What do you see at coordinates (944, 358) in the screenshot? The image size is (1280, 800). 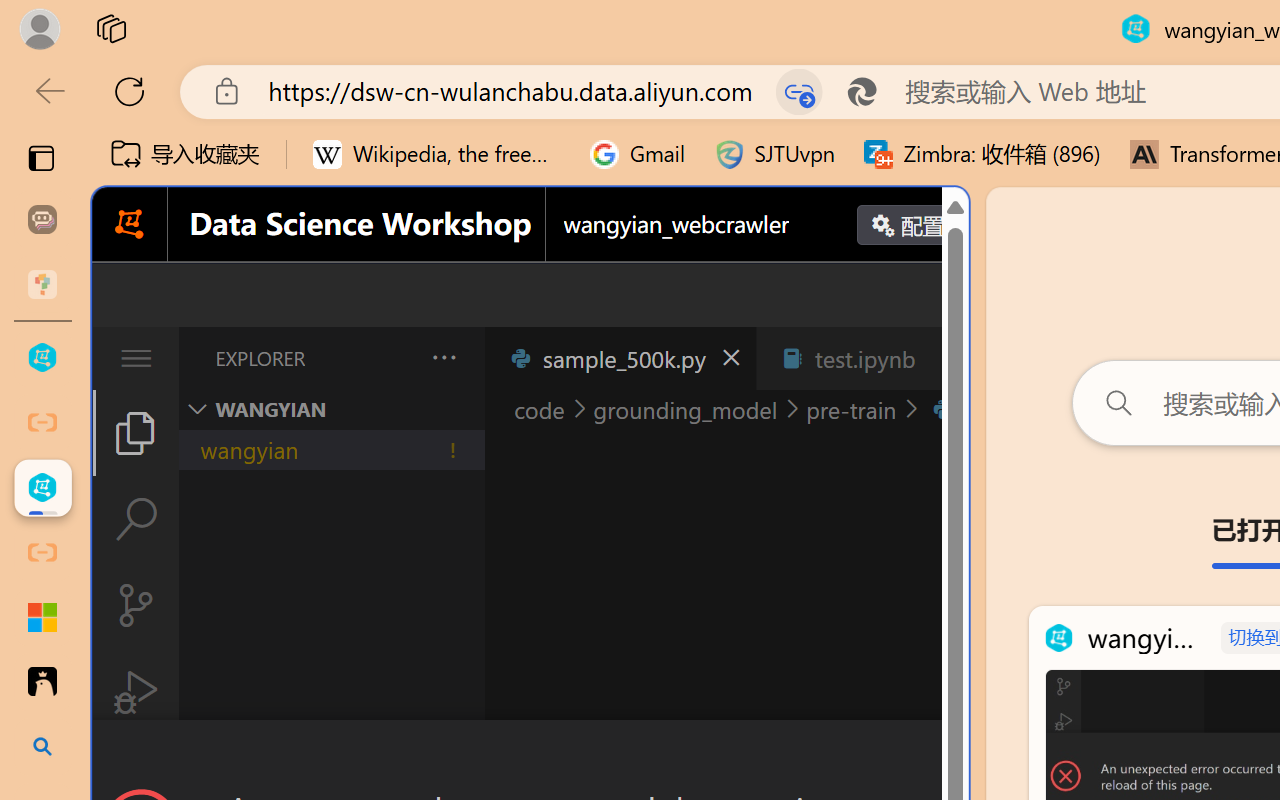 I see `'Tab actions'` at bounding box center [944, 358].